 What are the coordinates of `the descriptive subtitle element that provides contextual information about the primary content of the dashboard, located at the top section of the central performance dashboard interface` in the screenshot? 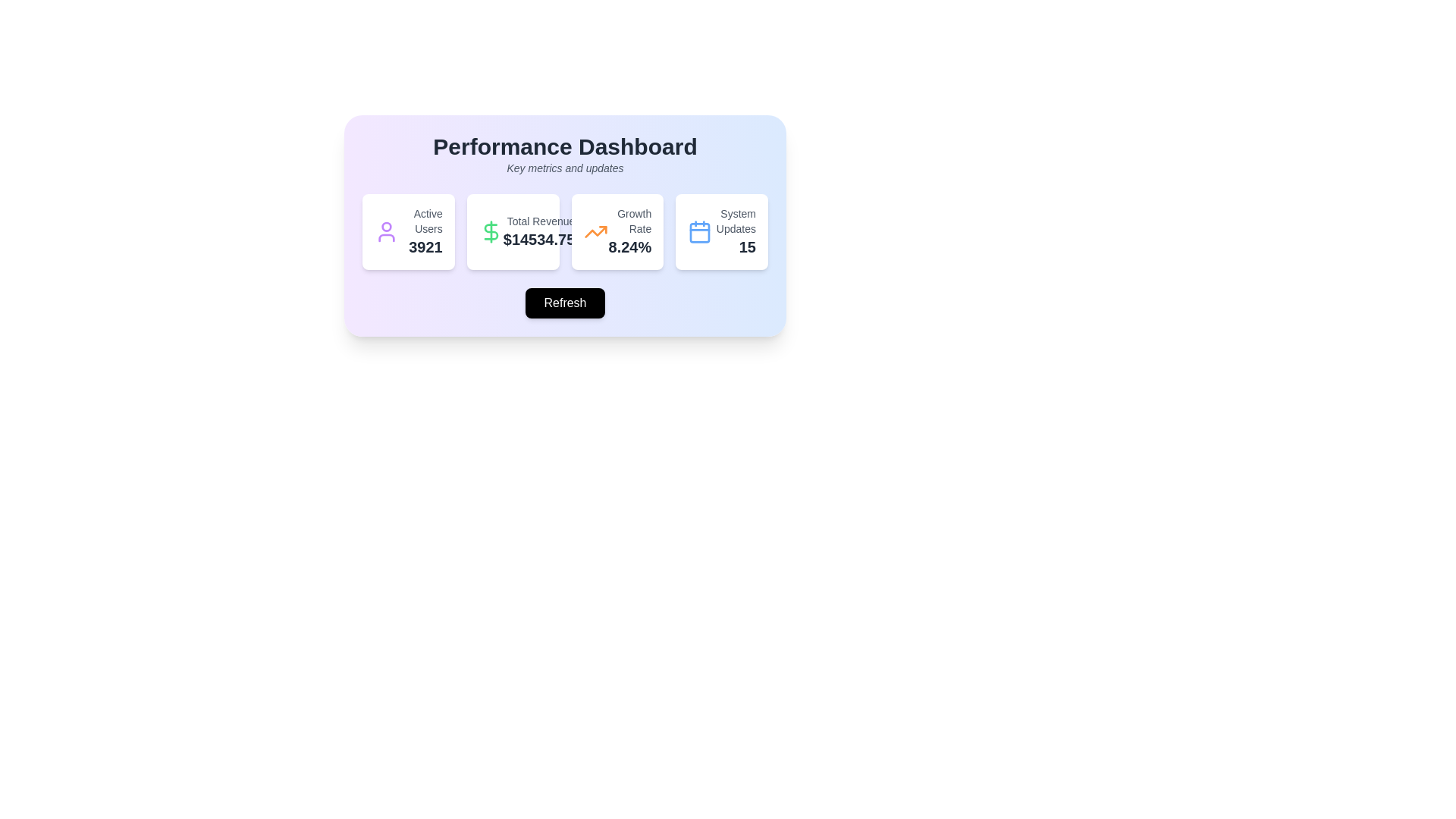 It's located at (564, 168).